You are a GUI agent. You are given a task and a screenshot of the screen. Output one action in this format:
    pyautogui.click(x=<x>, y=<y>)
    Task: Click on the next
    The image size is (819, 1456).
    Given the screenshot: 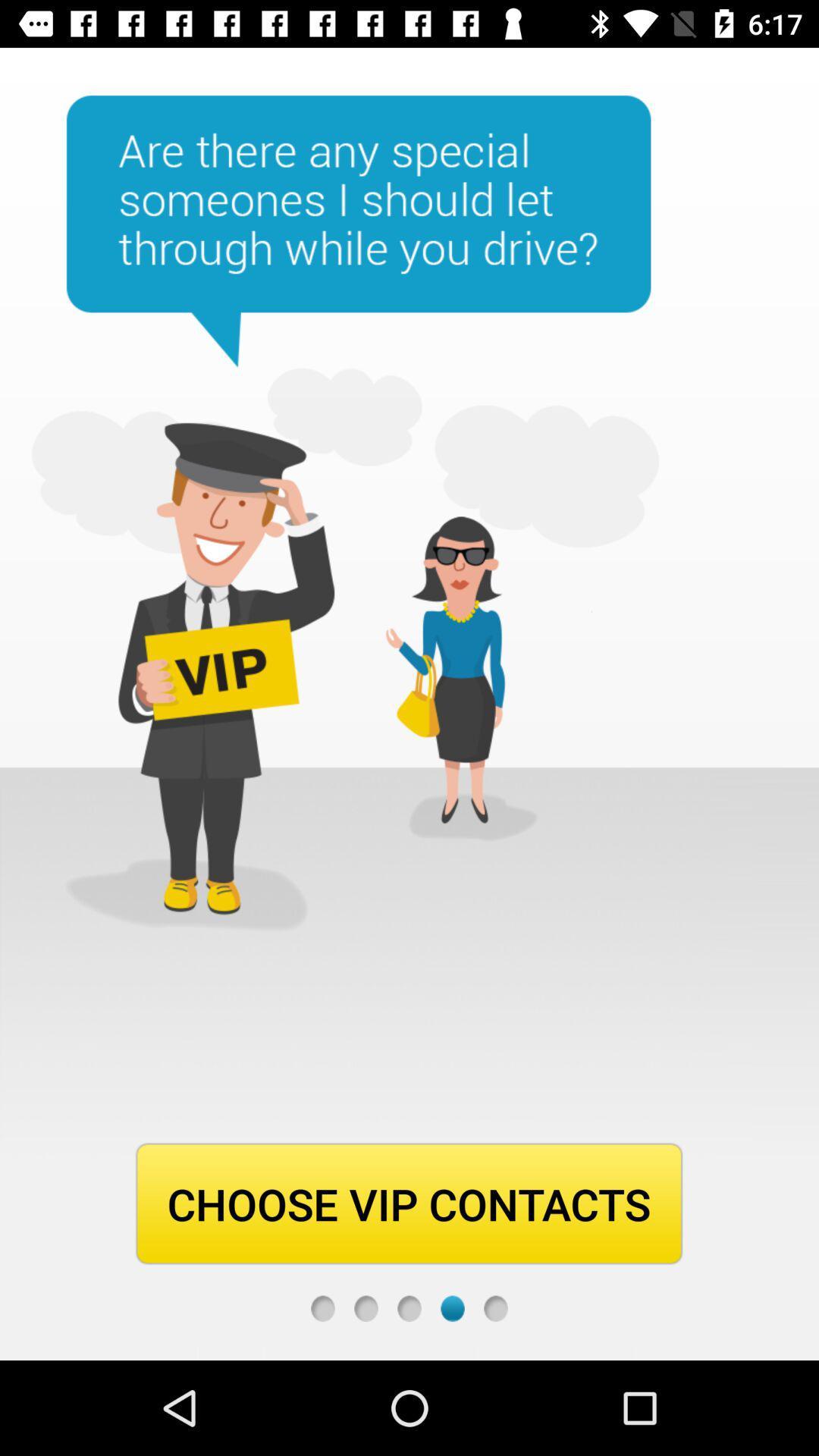 What is the action you would take?
    pyautogui.click(x=452, y=1307)
    